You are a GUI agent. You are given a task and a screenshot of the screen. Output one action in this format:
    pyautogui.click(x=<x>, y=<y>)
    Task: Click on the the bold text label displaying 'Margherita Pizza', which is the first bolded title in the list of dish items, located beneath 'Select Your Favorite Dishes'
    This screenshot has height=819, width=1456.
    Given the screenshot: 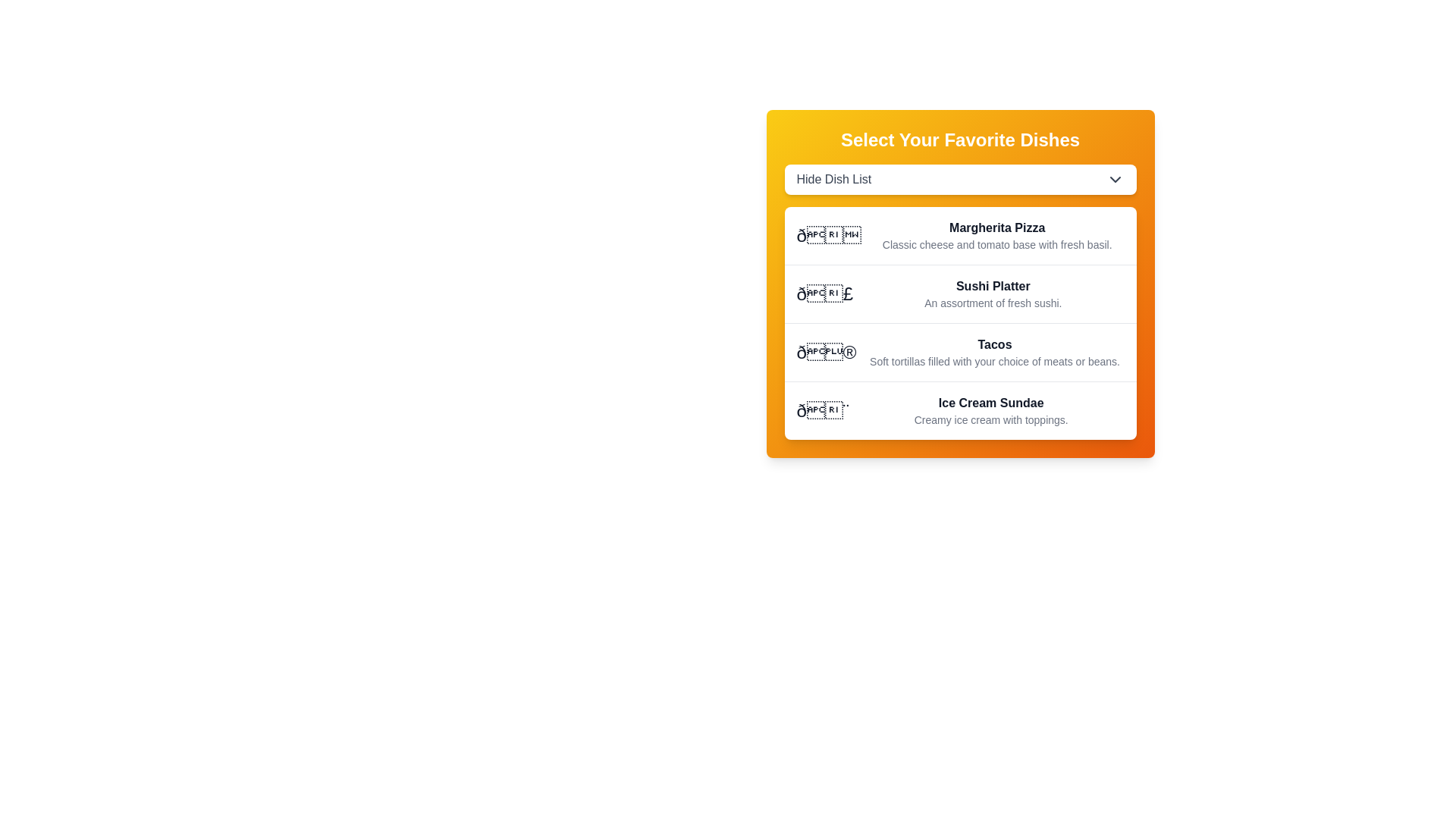 What is the action you would take?
    pyautogui.click(x=997, y=227)
    